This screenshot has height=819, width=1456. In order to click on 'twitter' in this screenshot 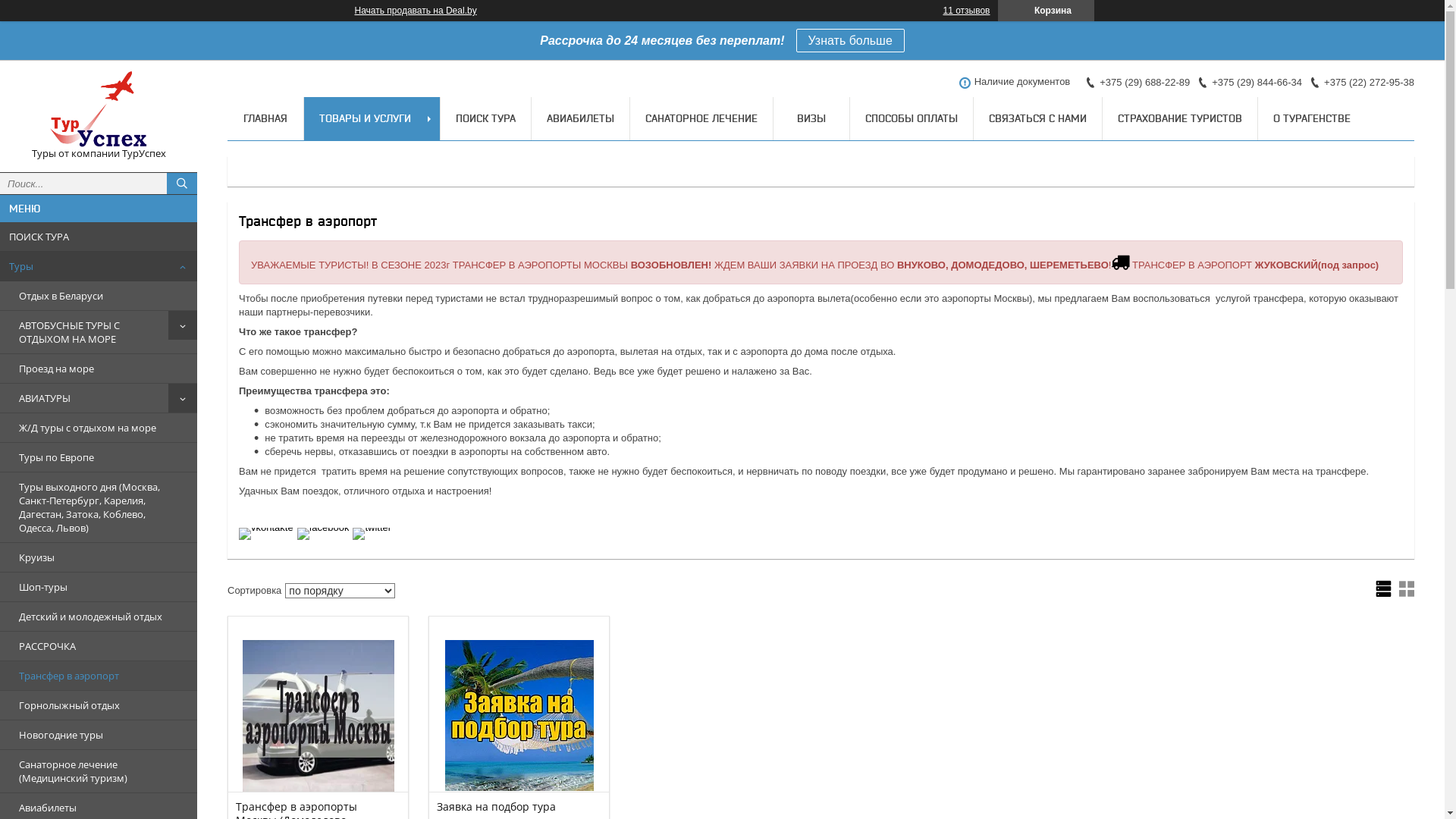, I will do `click(372, 526)`.